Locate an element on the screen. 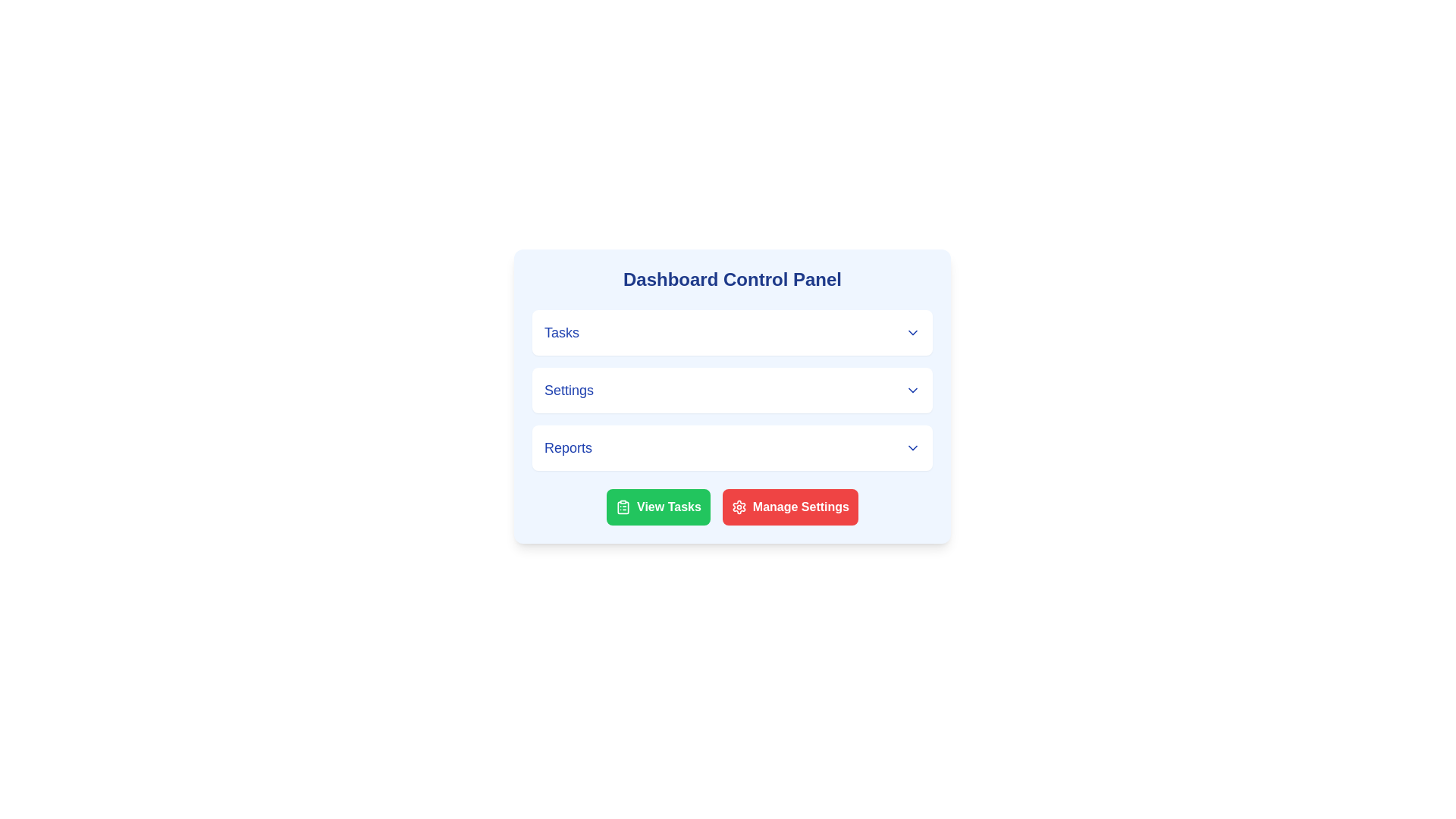  the 'Settings' dropdown trigger located in the Dashboard Control Panel is located at coordinates (732, 390).